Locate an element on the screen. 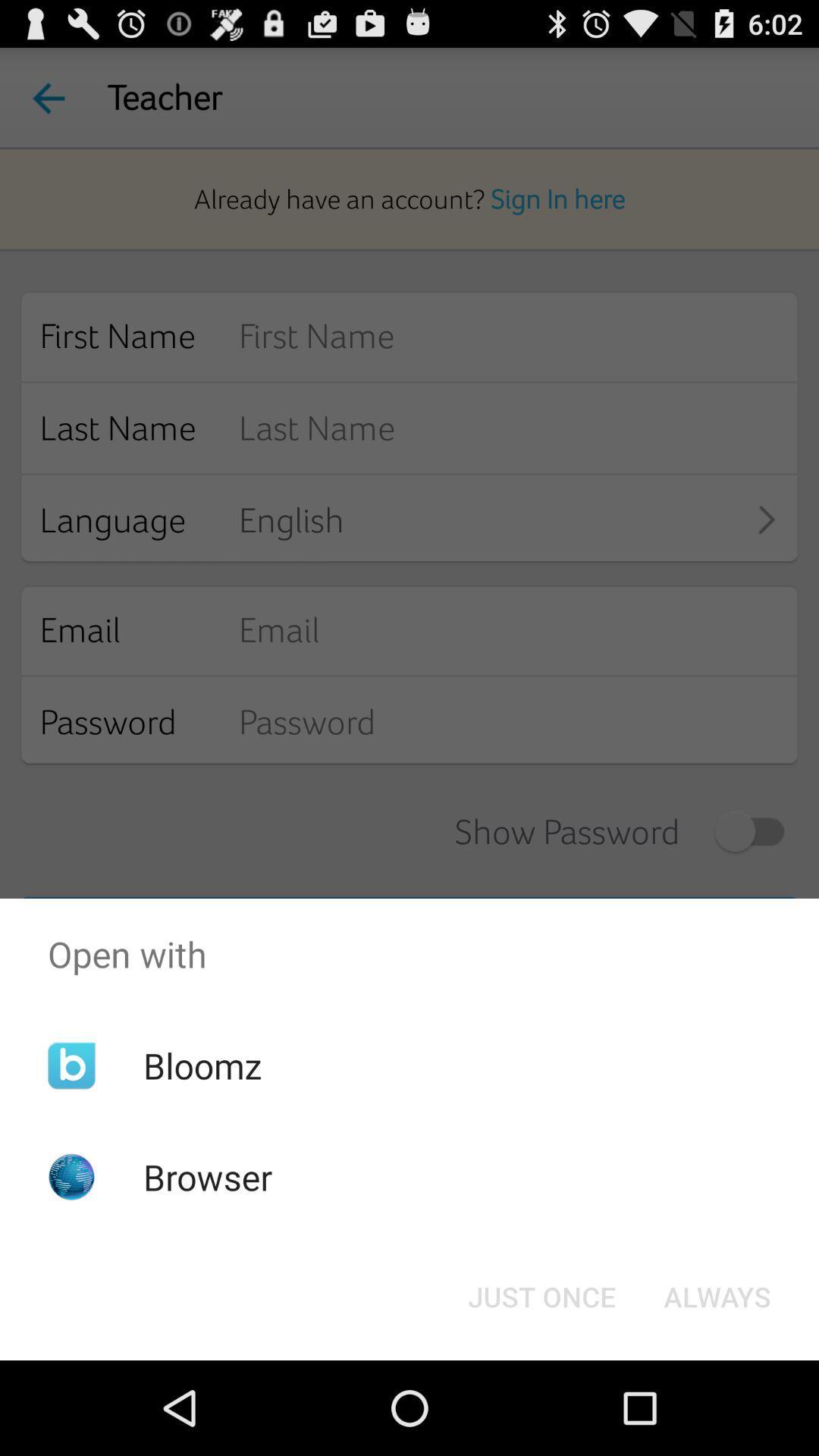 This screenshot has width=819, height=1456. the item below open with is located at coordinates (202, 1065).